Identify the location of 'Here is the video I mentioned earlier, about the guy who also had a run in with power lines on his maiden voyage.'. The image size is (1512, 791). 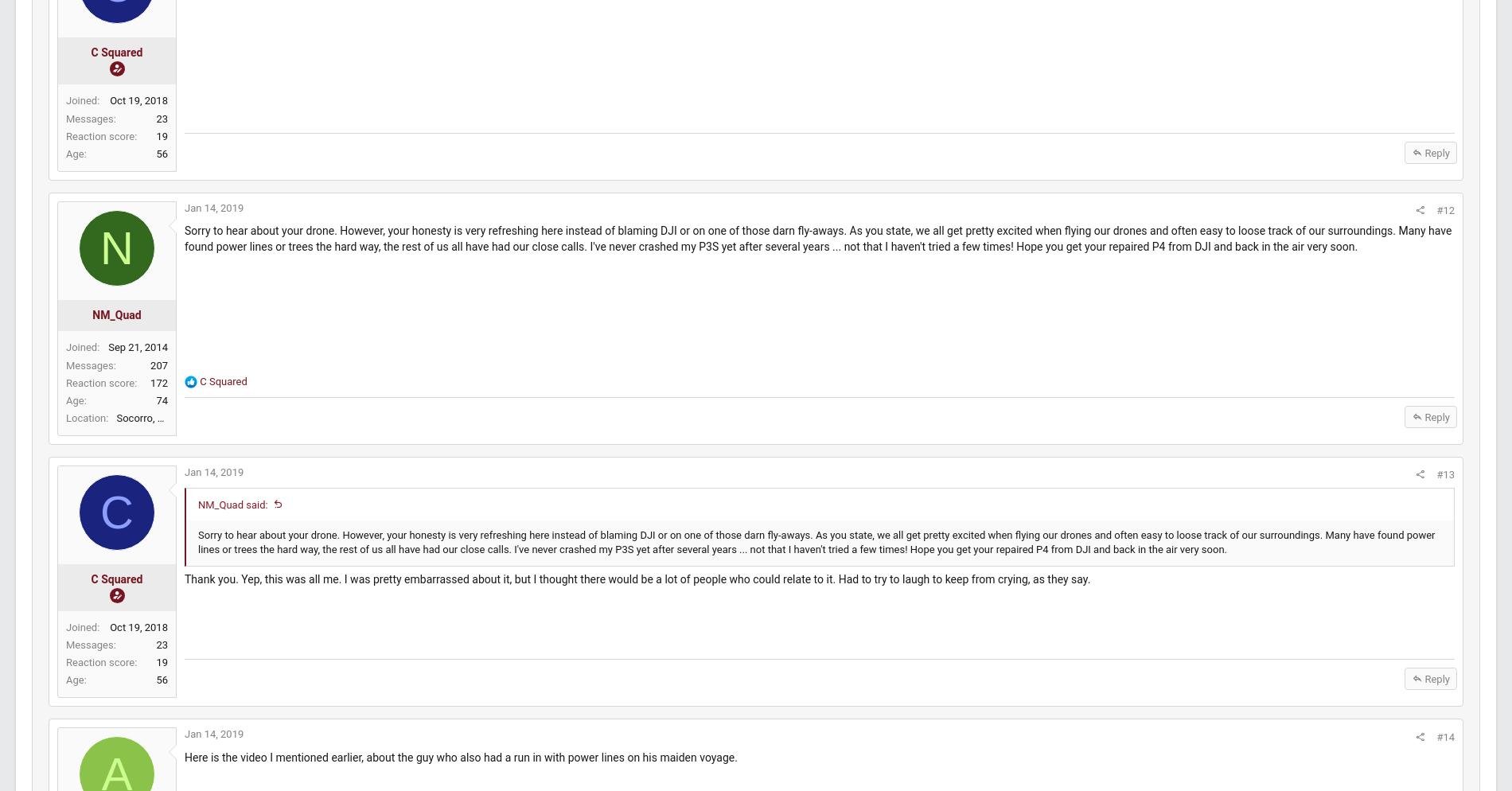
(220, 772).